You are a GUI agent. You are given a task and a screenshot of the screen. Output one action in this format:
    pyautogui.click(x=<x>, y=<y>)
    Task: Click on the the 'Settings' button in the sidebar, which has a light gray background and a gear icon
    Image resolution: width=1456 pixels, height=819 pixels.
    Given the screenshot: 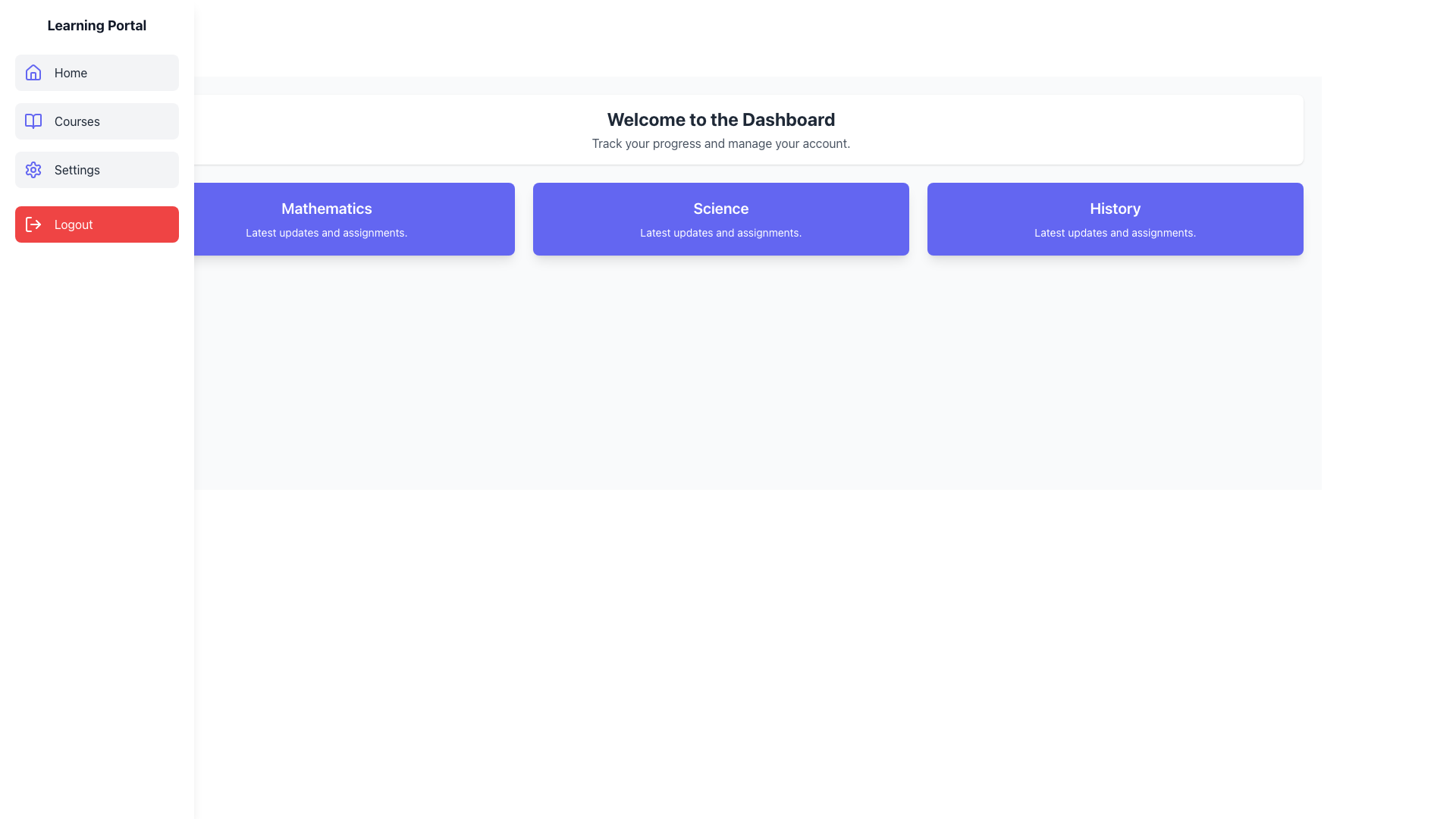 What is the action you would take?
    pyautogui.click(x=96, y=169)
    